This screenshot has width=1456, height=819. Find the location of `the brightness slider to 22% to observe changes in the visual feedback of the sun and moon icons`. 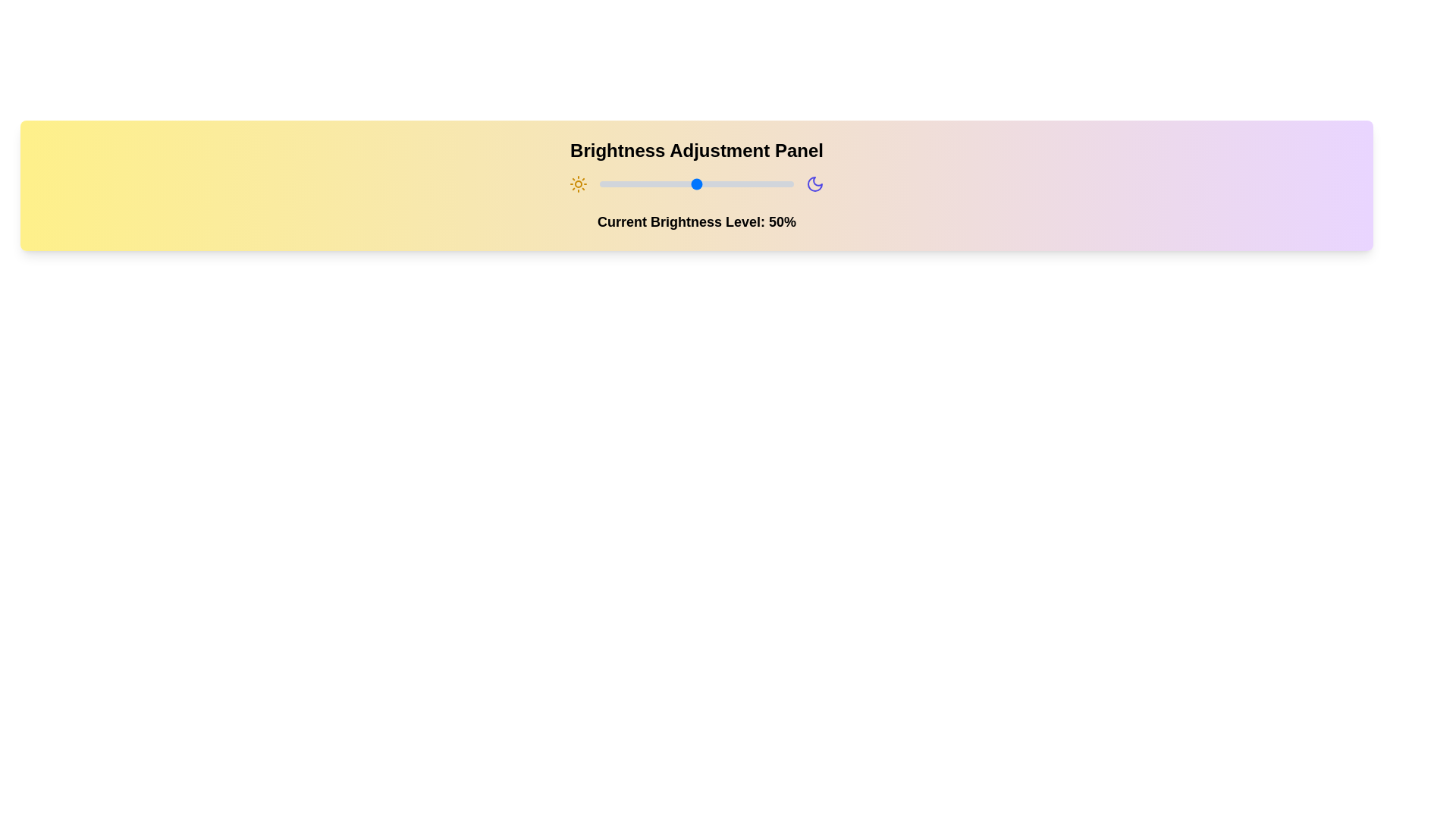

the brightness slider to 22% to observe changes in the visual feedback of the sun and moon icons is located at coordinates (642, 184).